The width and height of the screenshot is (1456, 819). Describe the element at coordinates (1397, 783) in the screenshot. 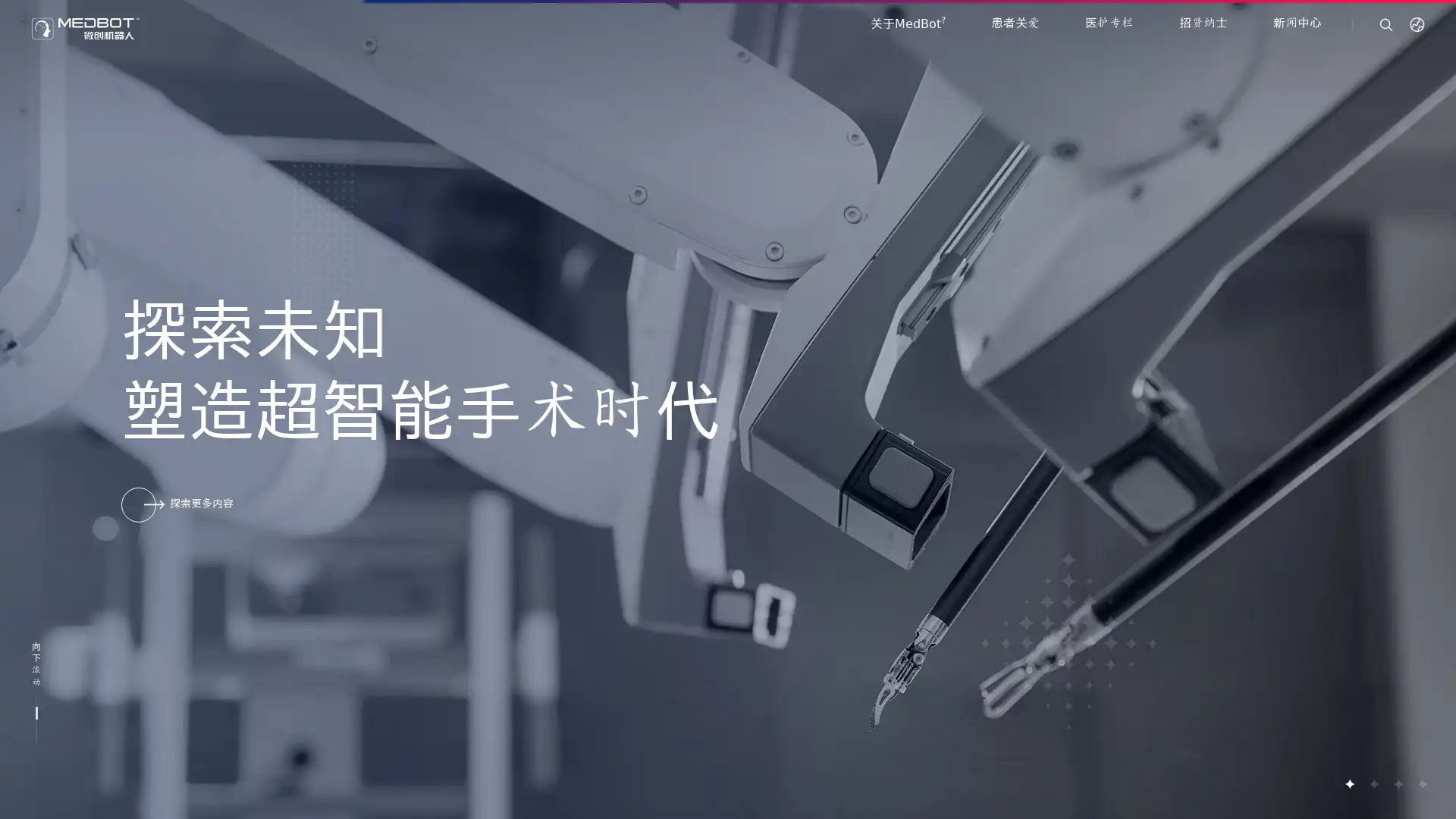

I see `Go to slide 3` at that location.